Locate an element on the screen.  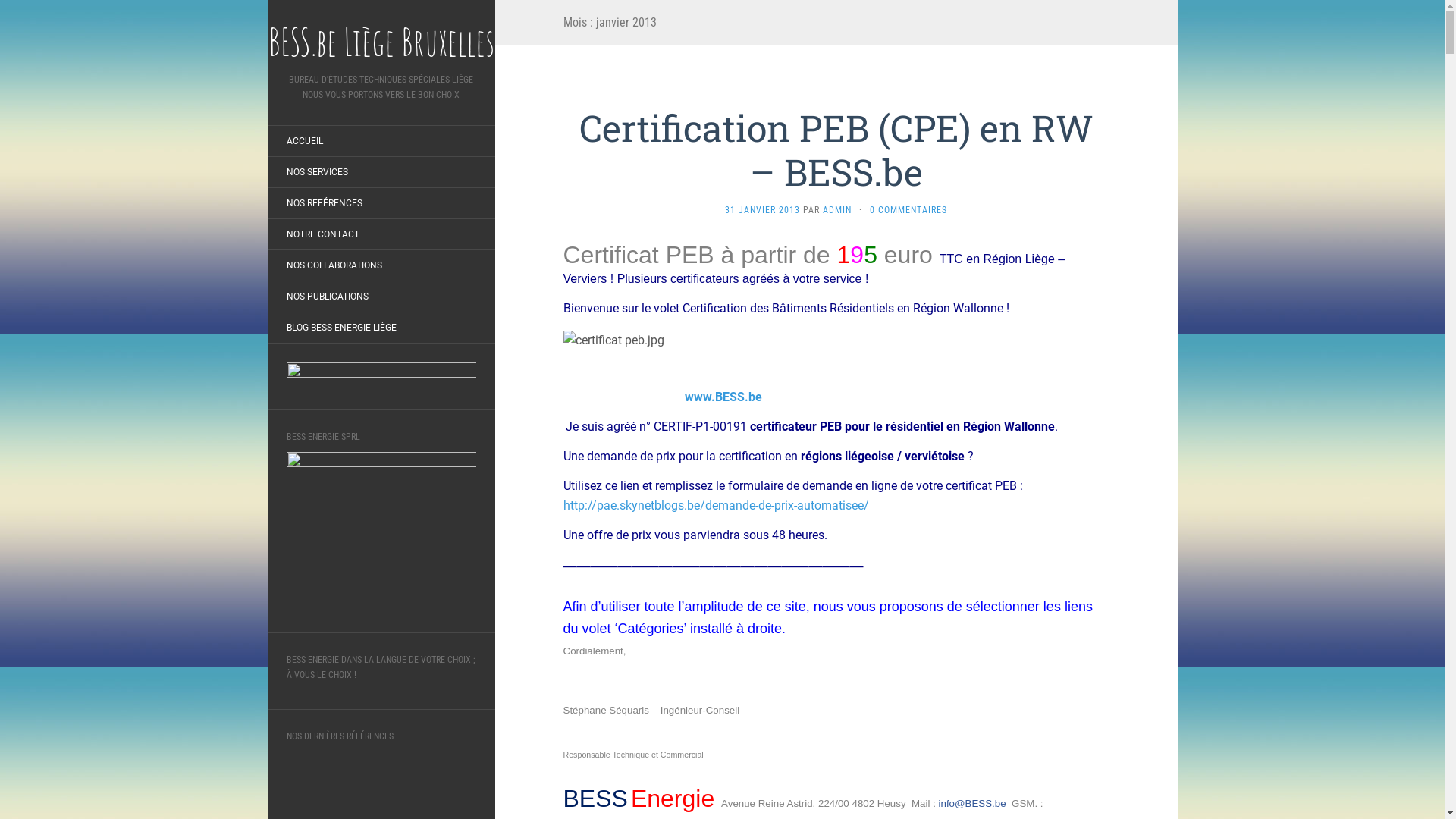
'info@BESS.be' is located at coordinates (972, 802).